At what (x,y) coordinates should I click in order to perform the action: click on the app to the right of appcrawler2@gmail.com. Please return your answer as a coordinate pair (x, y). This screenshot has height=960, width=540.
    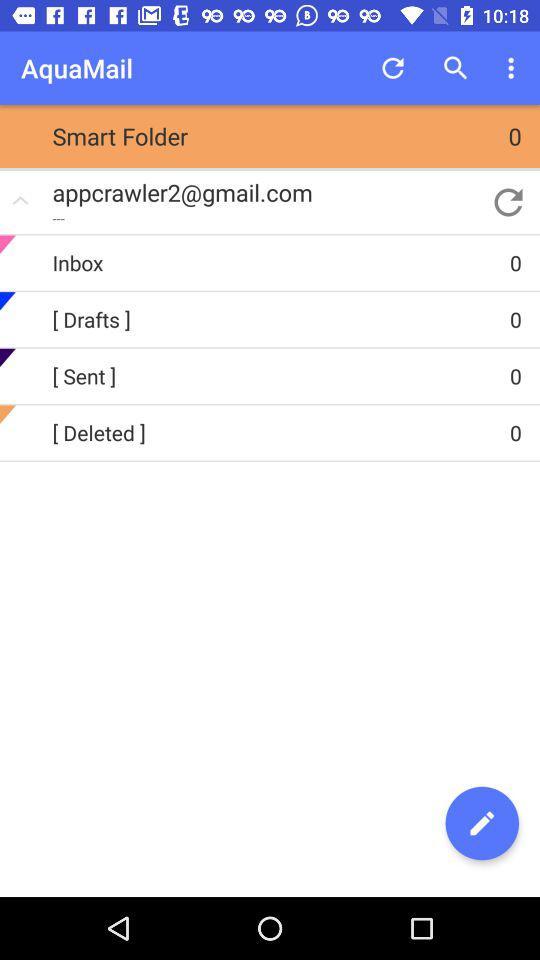
    Looking at the image, I should click on (508, 202).